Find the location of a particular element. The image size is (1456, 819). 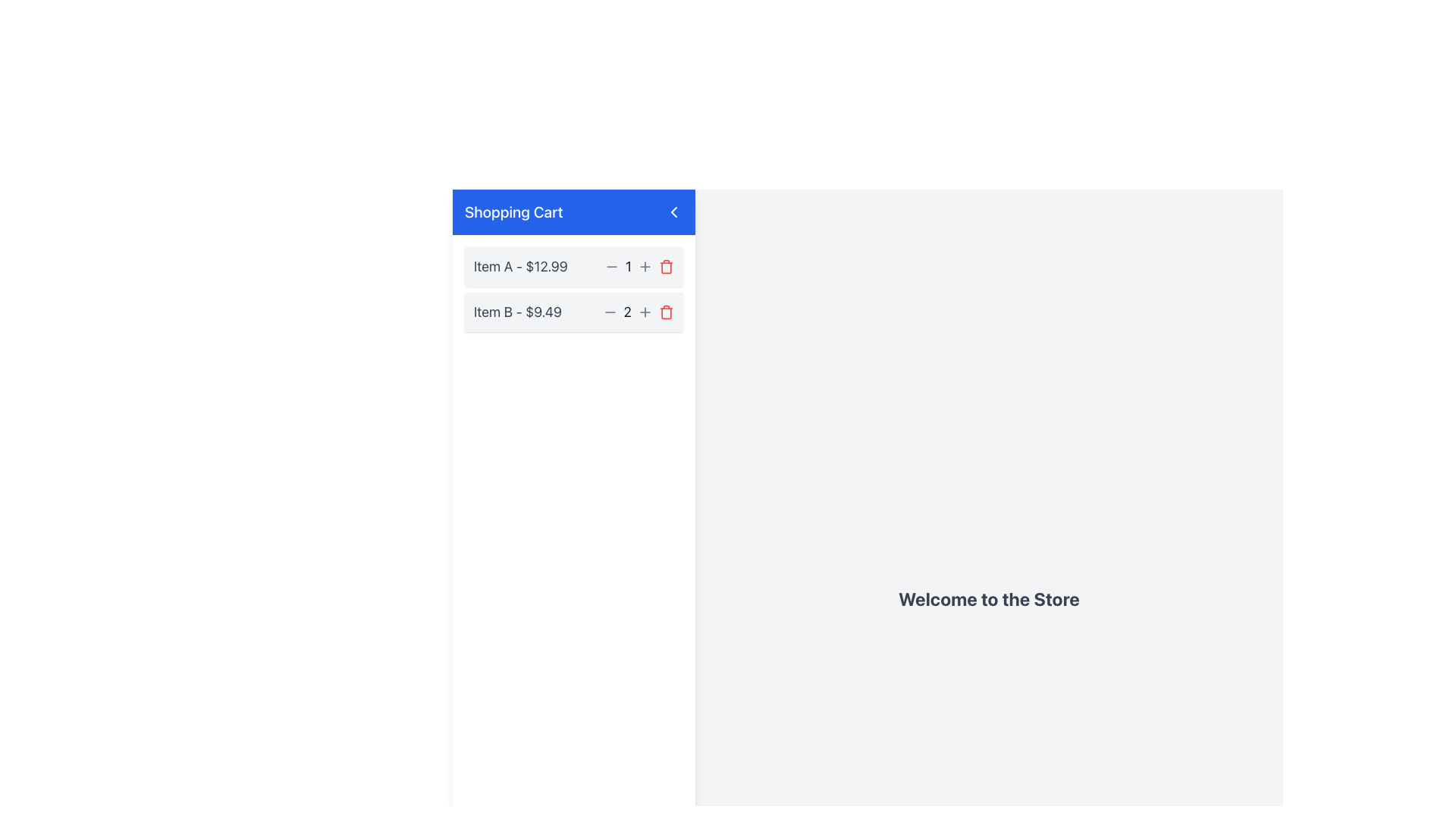

the gray circular button with a plus icon located in the shopping cart interface is located at coordinates (645, 265).